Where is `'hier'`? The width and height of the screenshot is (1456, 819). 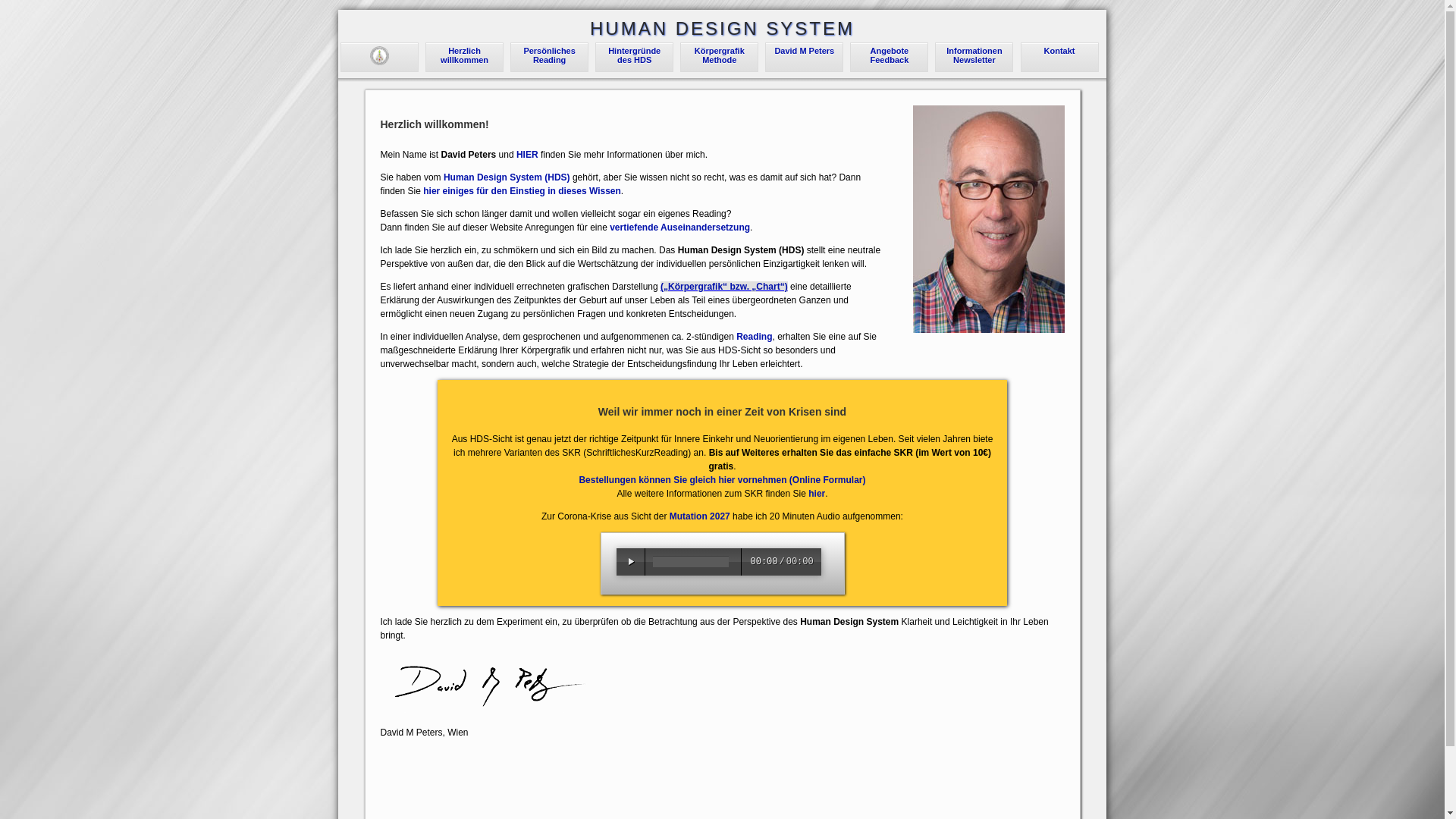
'hier' is located at coordinates (815, 494).